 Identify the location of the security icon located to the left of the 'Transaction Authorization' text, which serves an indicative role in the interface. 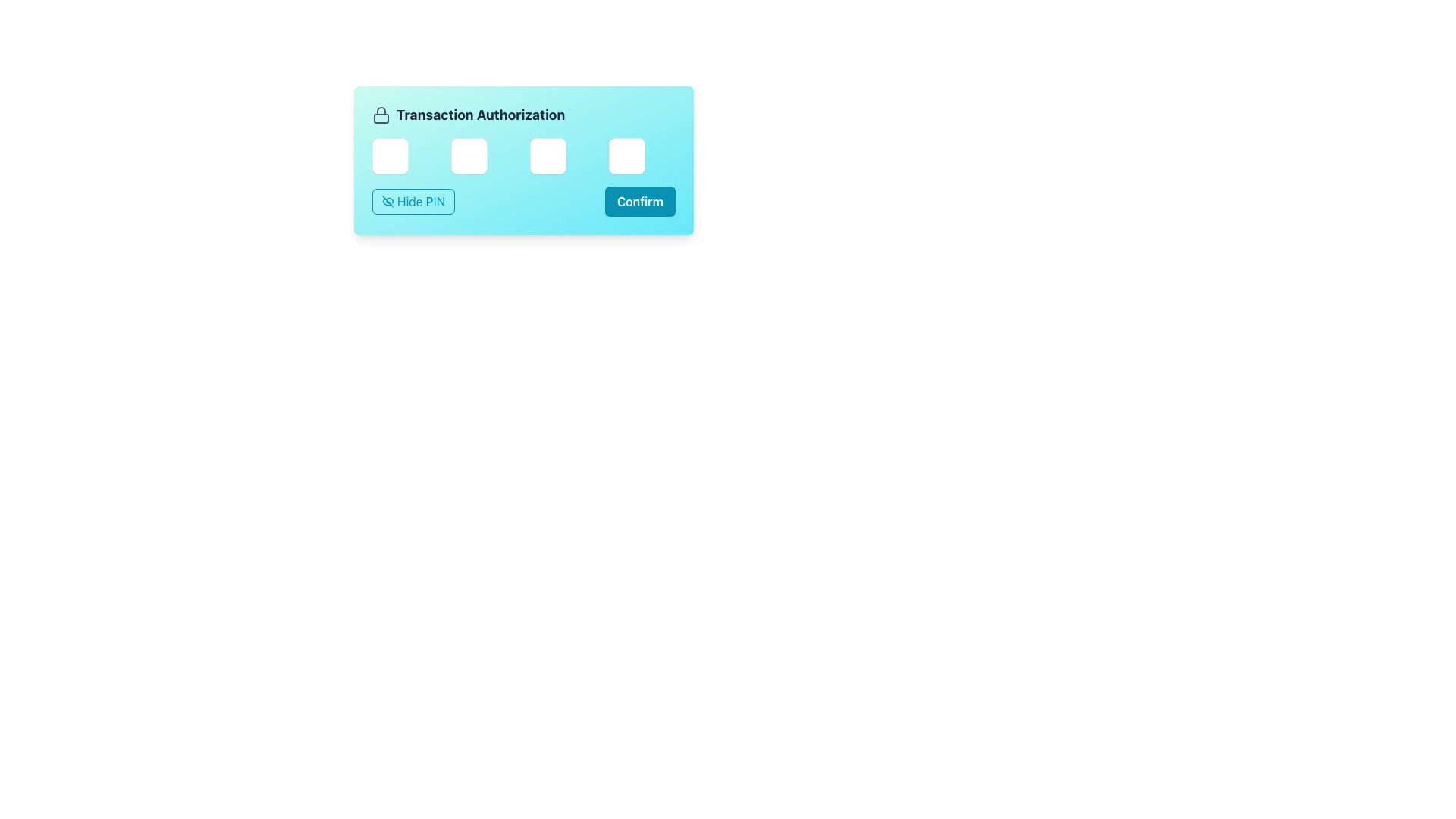
(381, 114).